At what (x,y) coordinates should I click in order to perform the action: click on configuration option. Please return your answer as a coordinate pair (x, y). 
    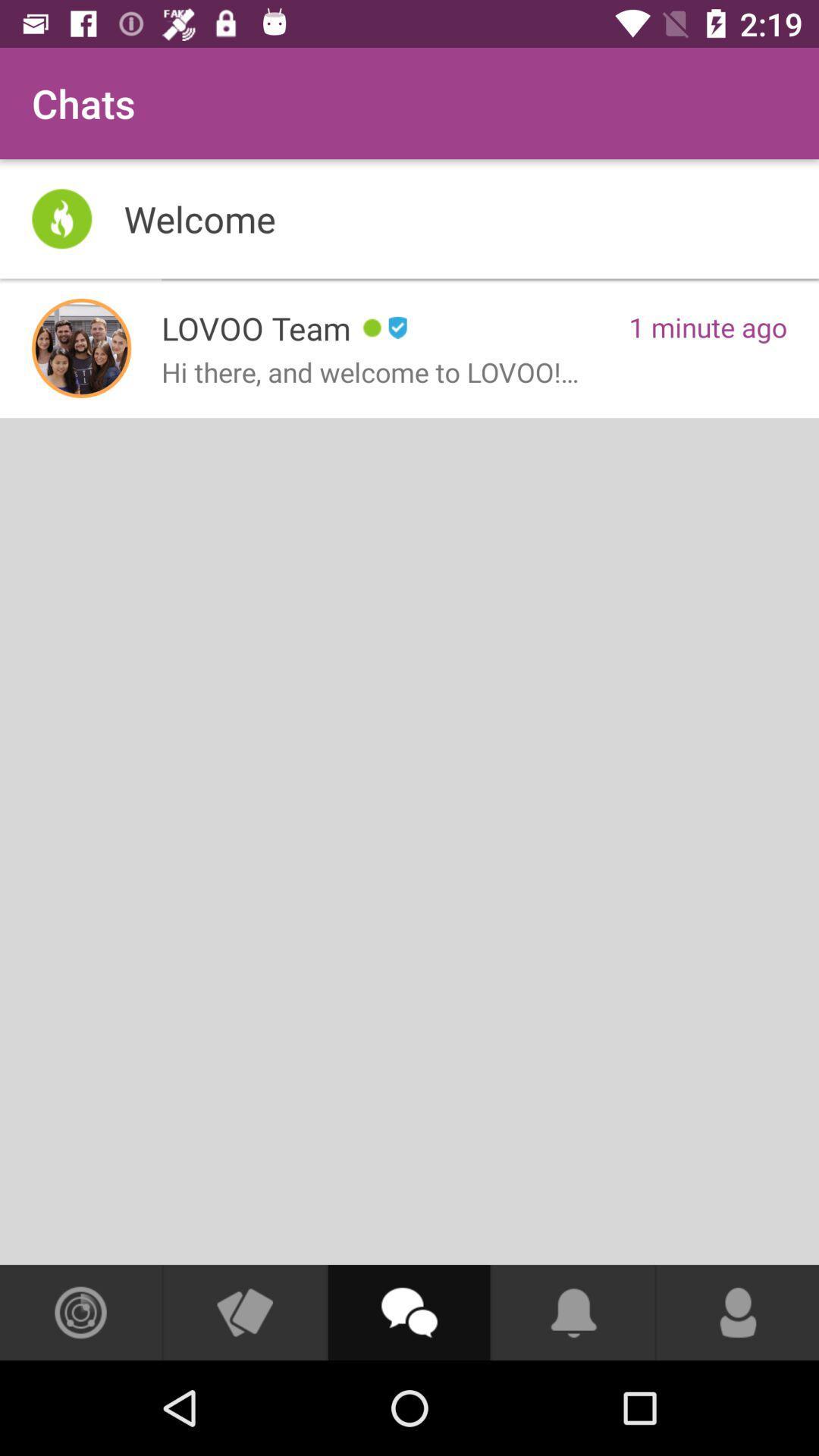
    Looking at the image, I should click on (80, 1312).